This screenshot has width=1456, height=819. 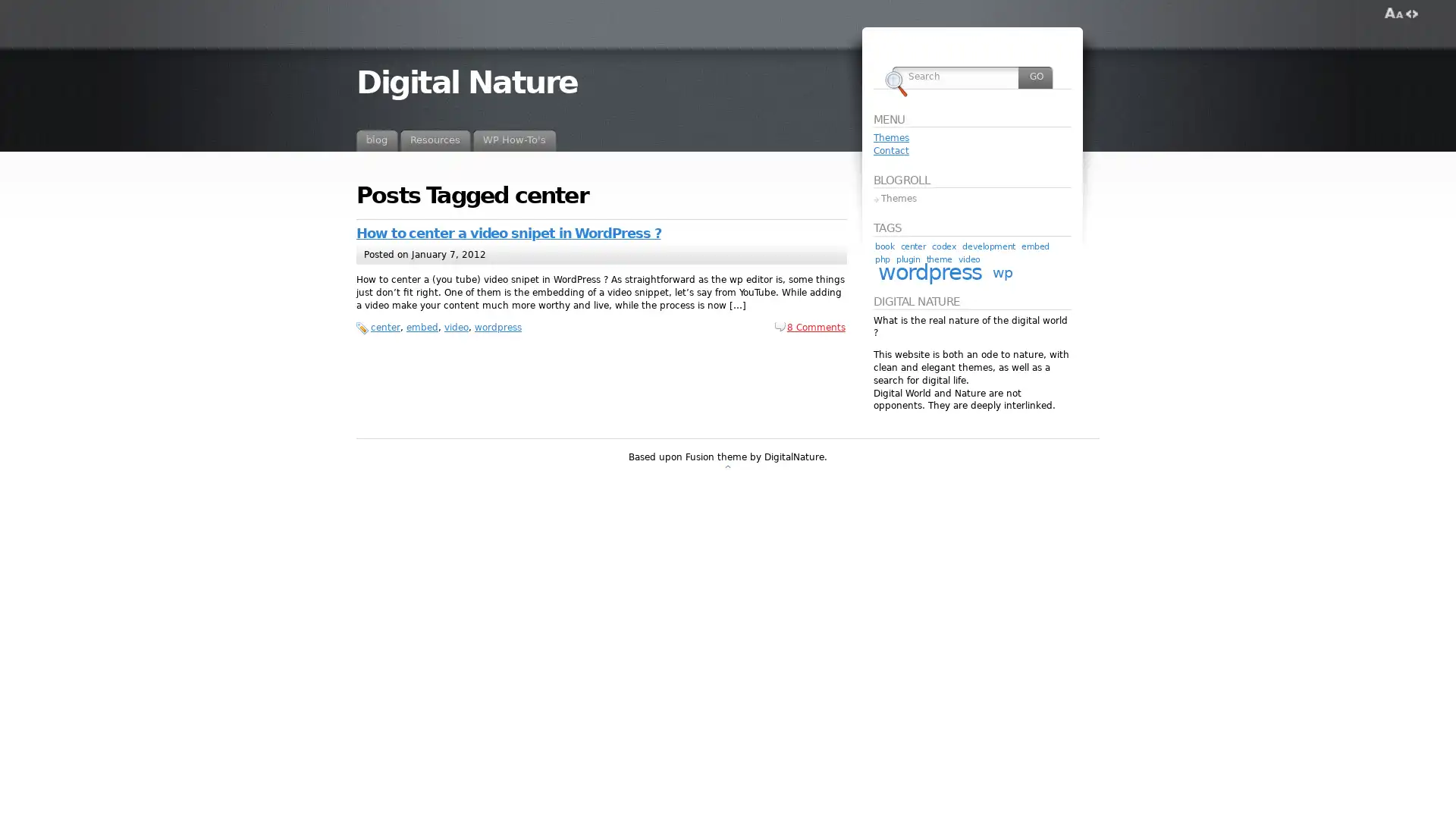 What do you see at coordinates (1035, 76) in the screenshot?
I see `Go` at bounding box center [1035, 76].